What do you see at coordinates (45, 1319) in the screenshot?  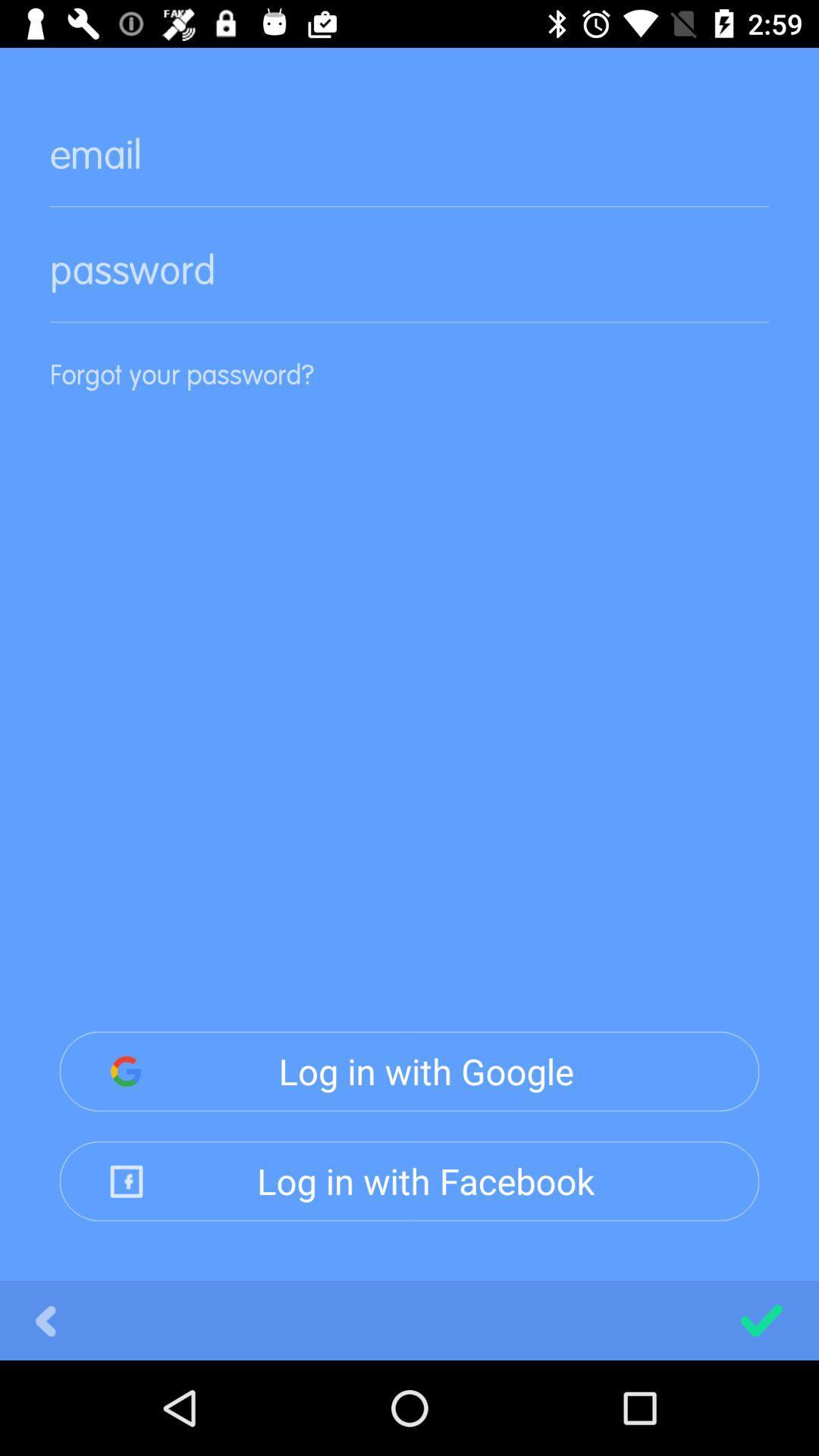 I see `icon below log in with item` at bounding box center [45, 1319].